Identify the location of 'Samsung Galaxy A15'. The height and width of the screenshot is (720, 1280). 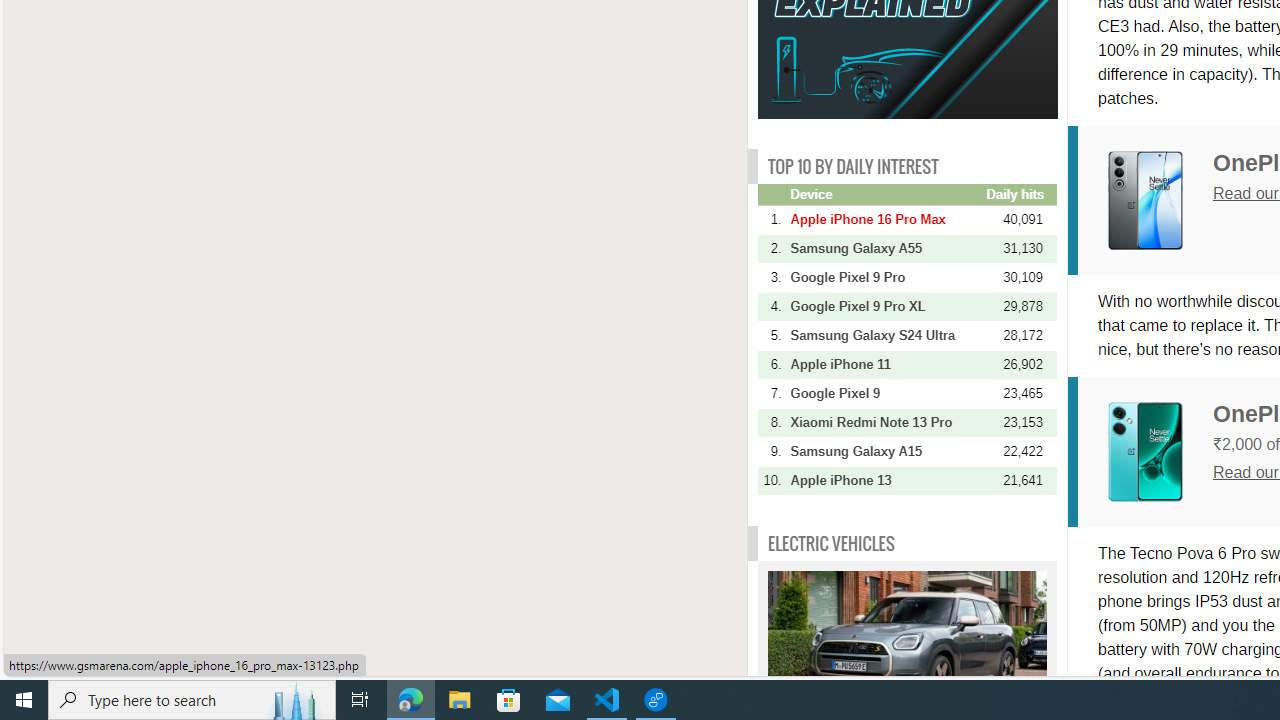
(885, 451).